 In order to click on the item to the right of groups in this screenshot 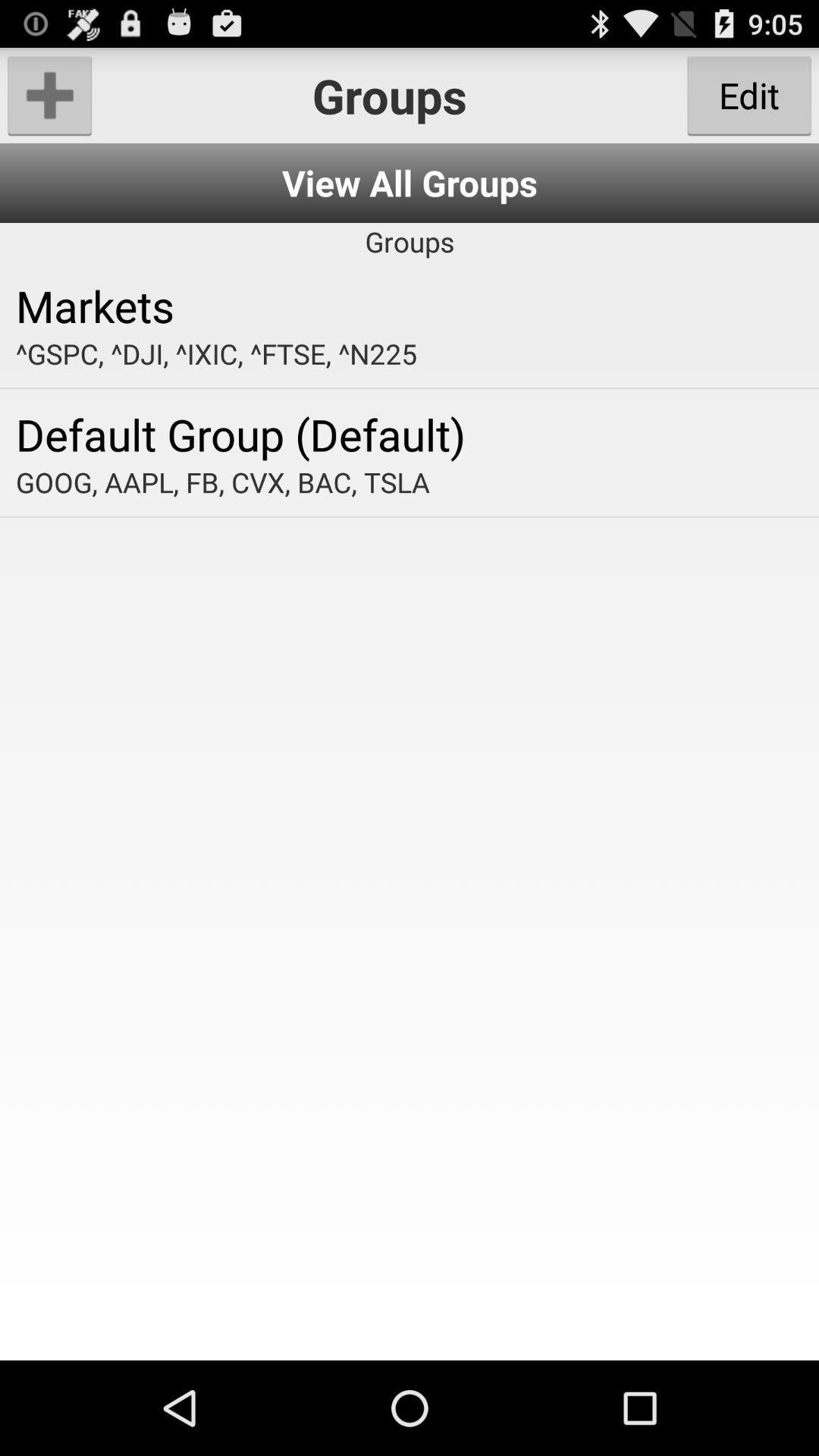, I will do `click(748, 94)`.